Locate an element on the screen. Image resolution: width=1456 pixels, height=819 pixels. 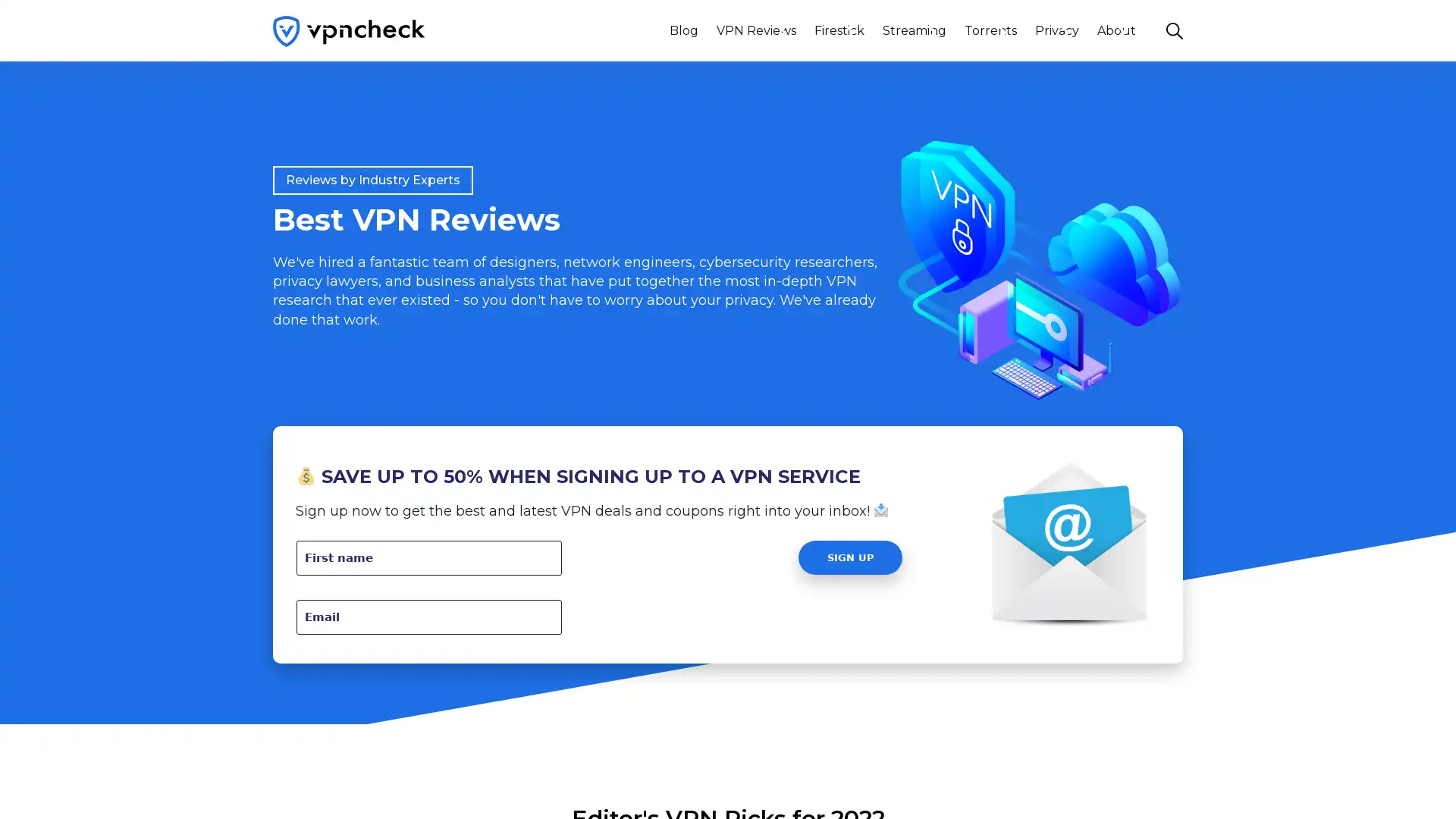
Sign up is located at coordinates (850, 557).